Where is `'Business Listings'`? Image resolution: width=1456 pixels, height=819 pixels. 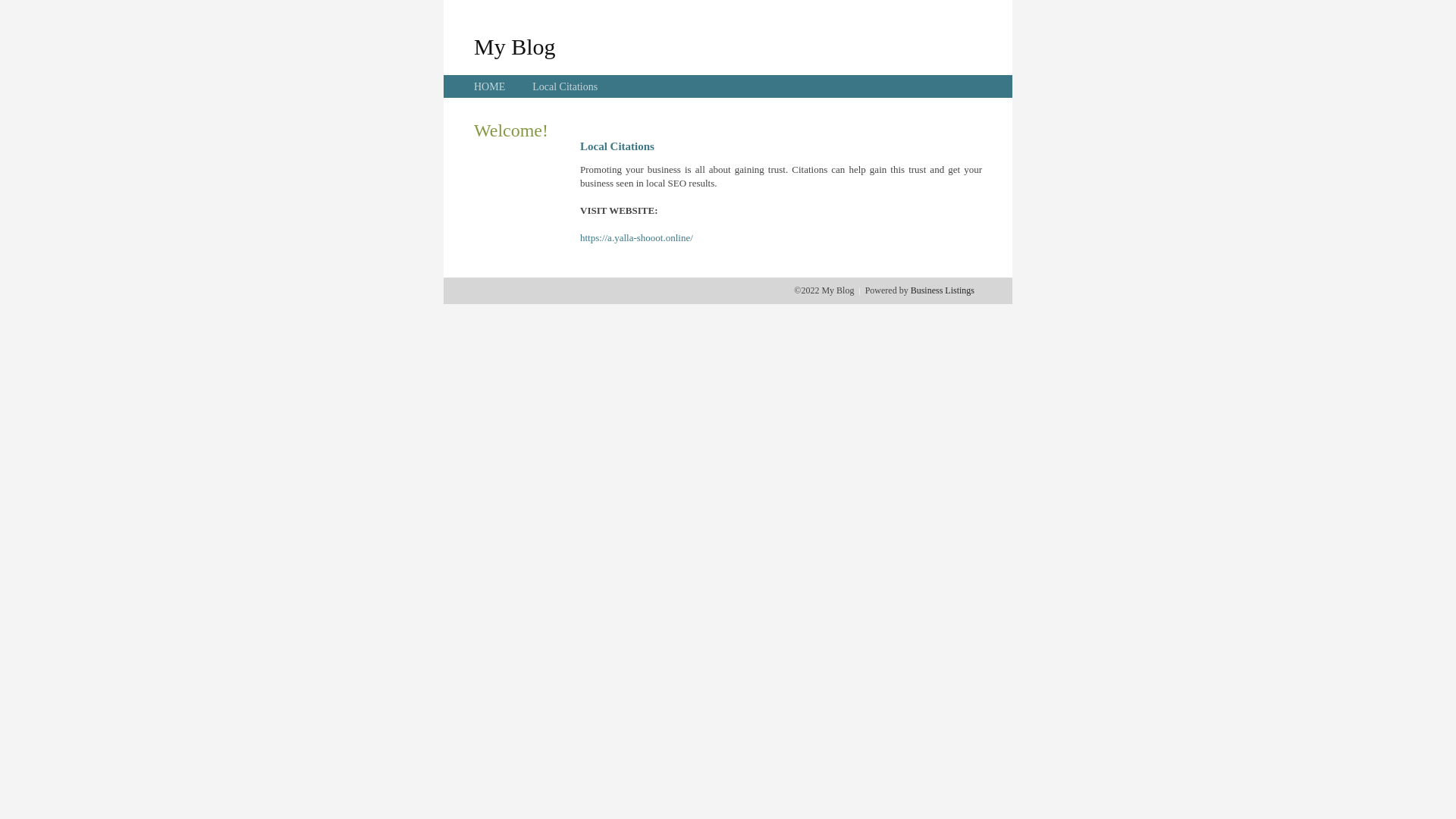
'Business Listings' is located at coordinates (910, 290).